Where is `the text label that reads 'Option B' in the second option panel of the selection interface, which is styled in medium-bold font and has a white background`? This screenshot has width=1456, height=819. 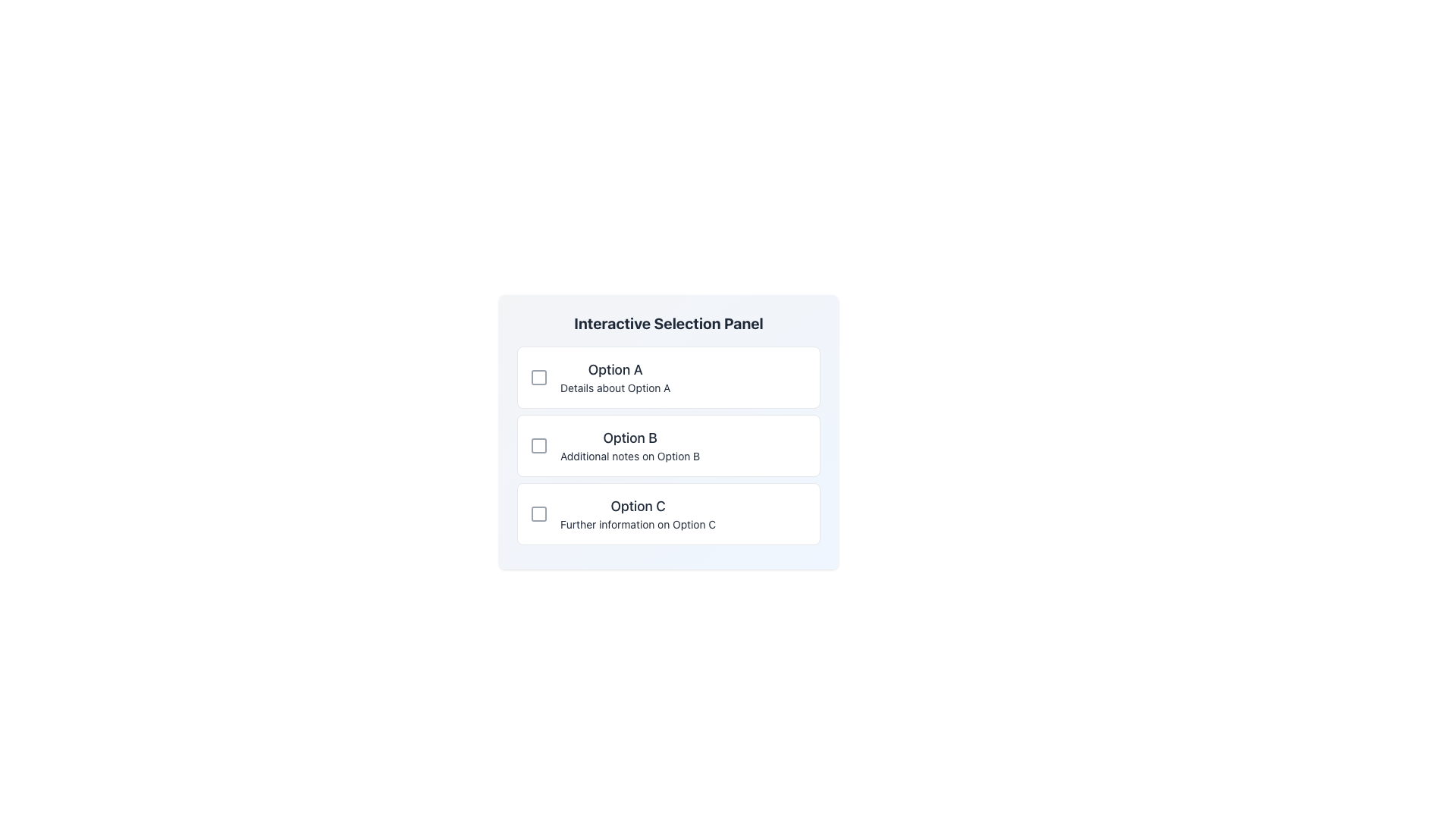
the text label that reads 'Option B' in the second option panel of the selection interface, which is styled in medium-bold font and has a white background is located at coordinates (630, 438).